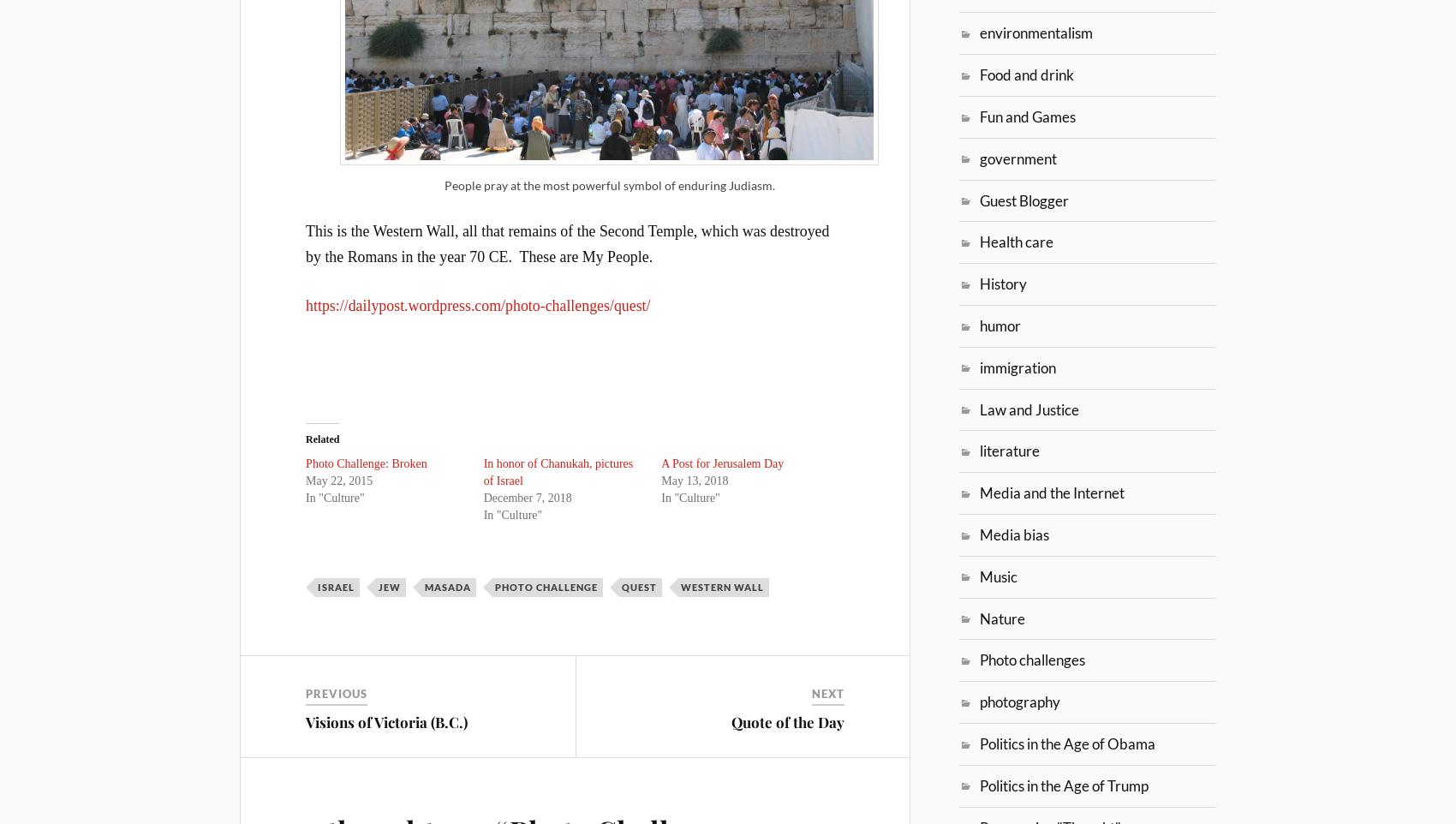 This screenshot has height=824, width=1456. I want to click on 'Politics in the Age of Trump', so click(1063, 785).